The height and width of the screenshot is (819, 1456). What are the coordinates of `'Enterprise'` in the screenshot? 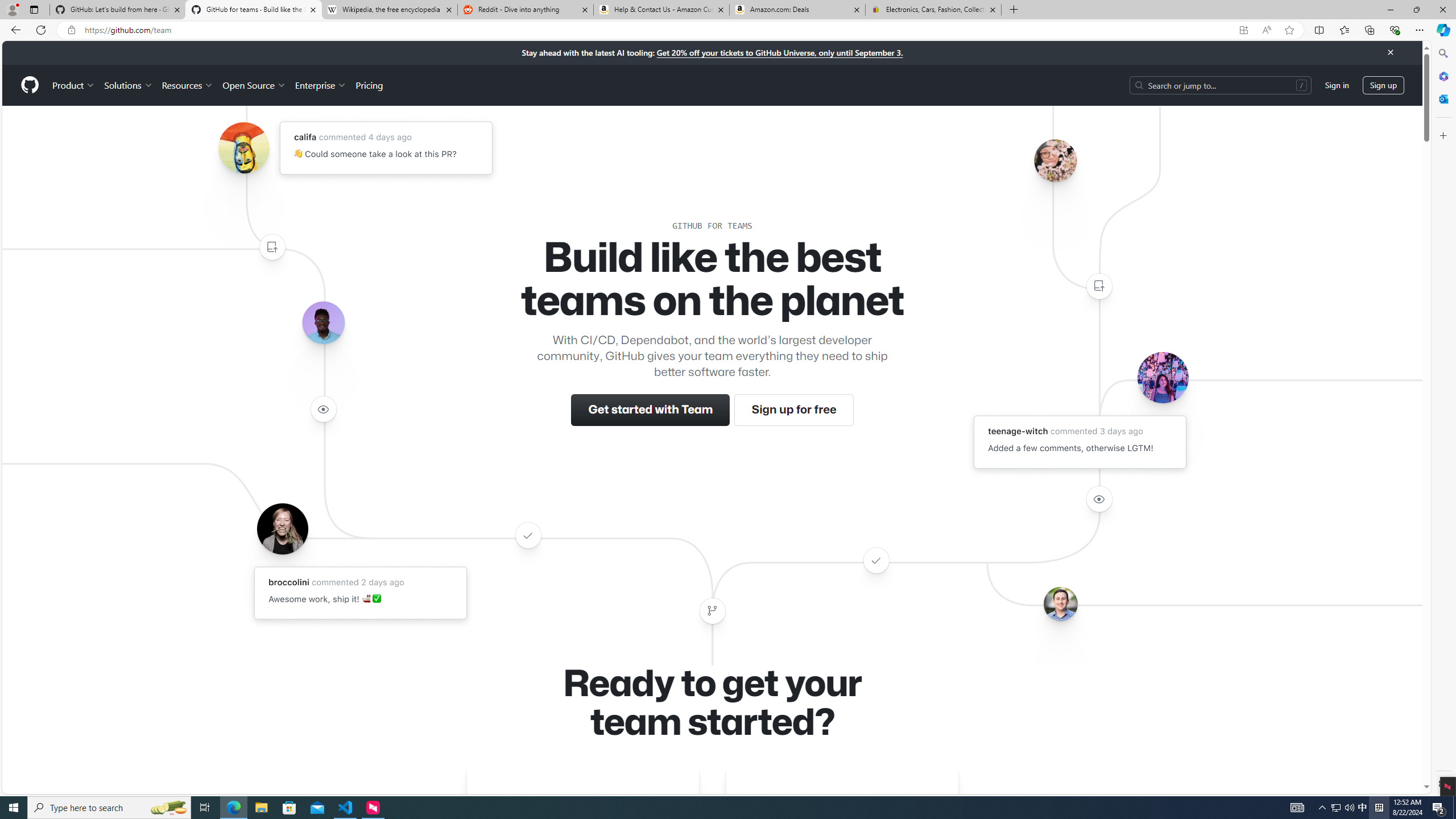 It's located at (320, 85).